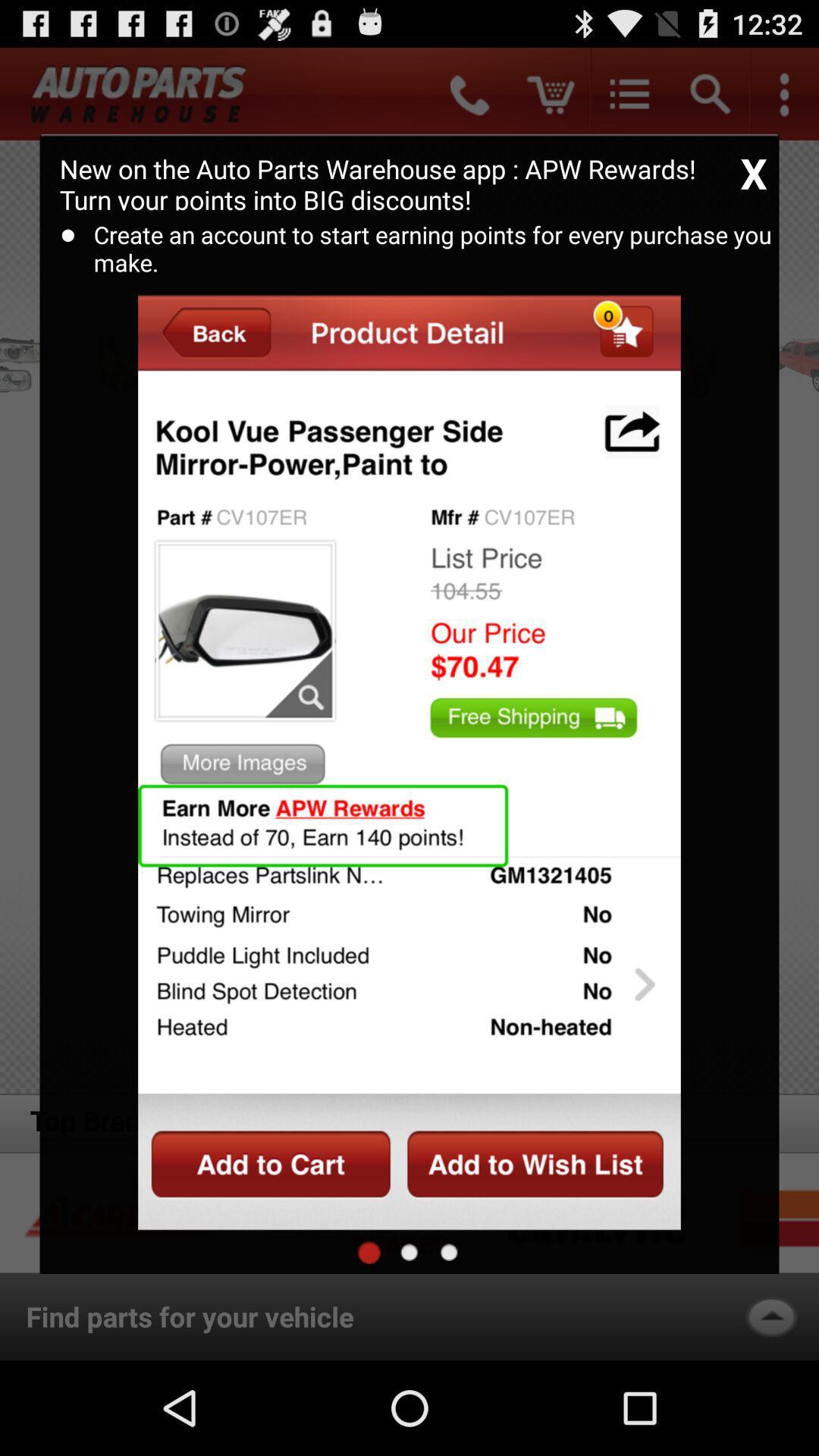  Describe the element at coordinates (409, 1252) in the screenshot. I see `fllu` at that location.